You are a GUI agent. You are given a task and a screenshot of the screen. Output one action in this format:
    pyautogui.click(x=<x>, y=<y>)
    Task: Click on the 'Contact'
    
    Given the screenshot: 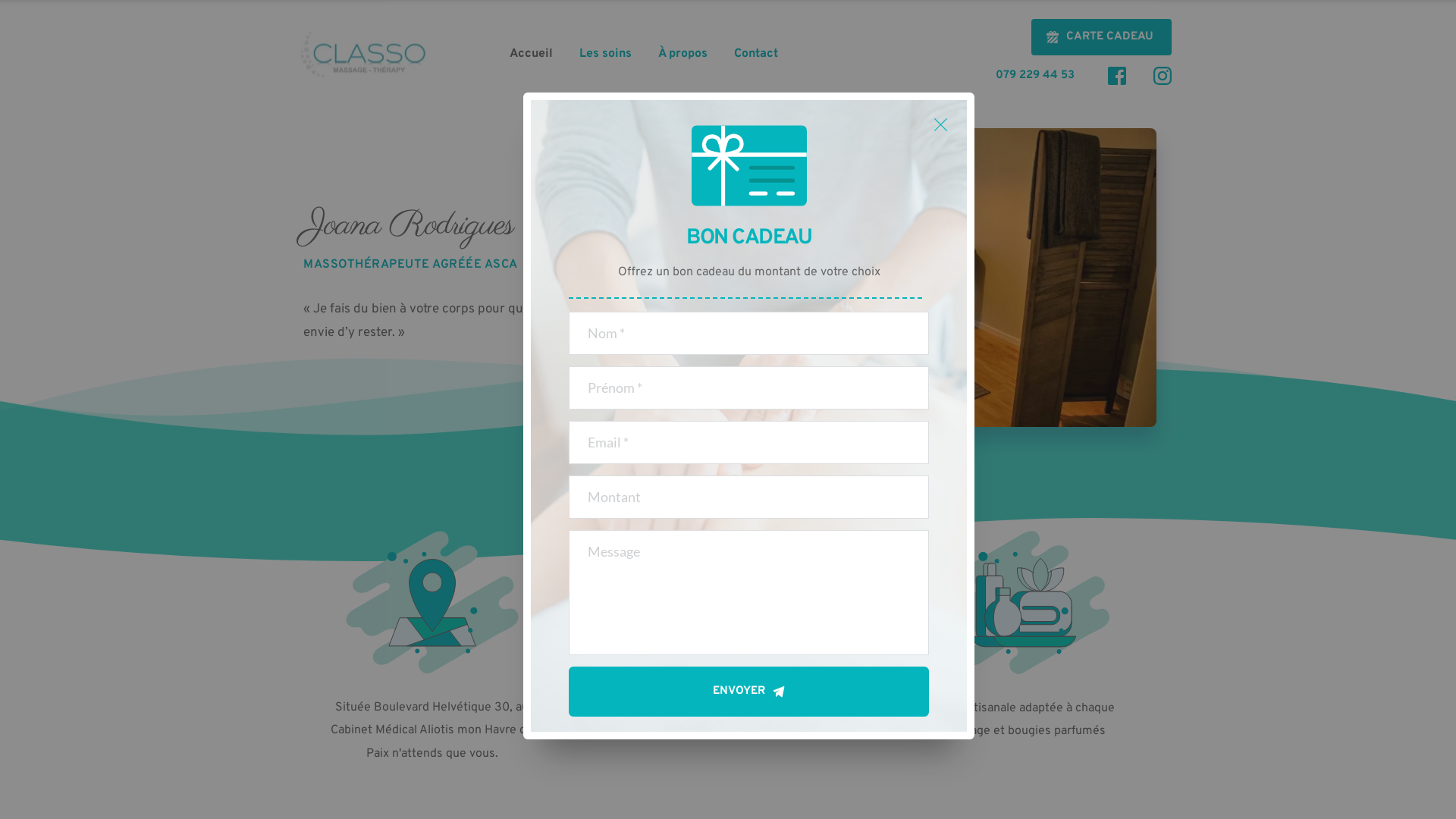 What is the action you would take?
    pyautogui.click(x=756, y=52)
    